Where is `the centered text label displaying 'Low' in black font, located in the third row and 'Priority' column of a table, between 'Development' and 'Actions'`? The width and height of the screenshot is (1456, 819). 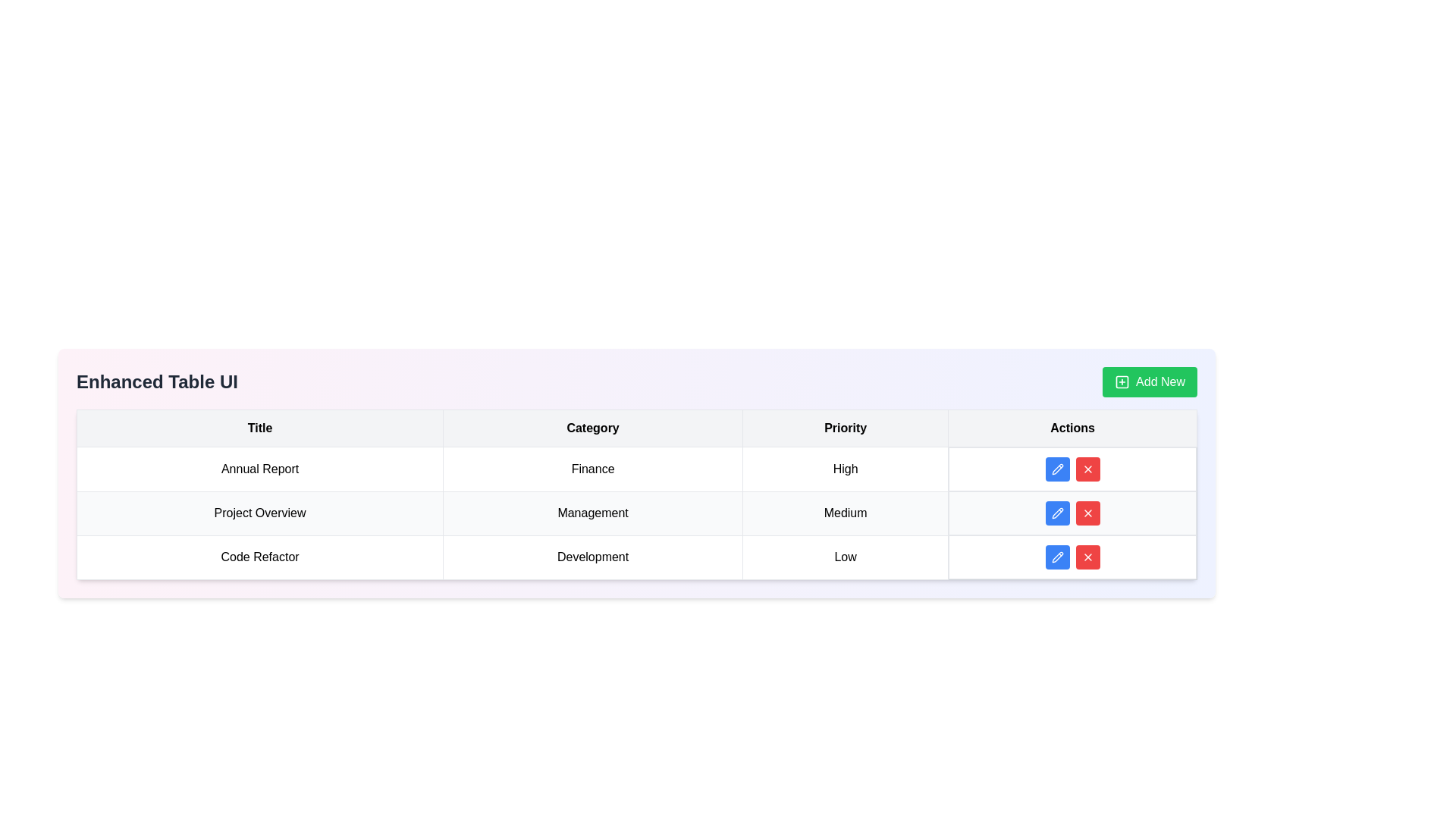 the centered text label displaying 'Low' in black font, located in the third row and 'Priority' column of a table, between 'Development' and 'Actions' is located at coordinates (845, 557).